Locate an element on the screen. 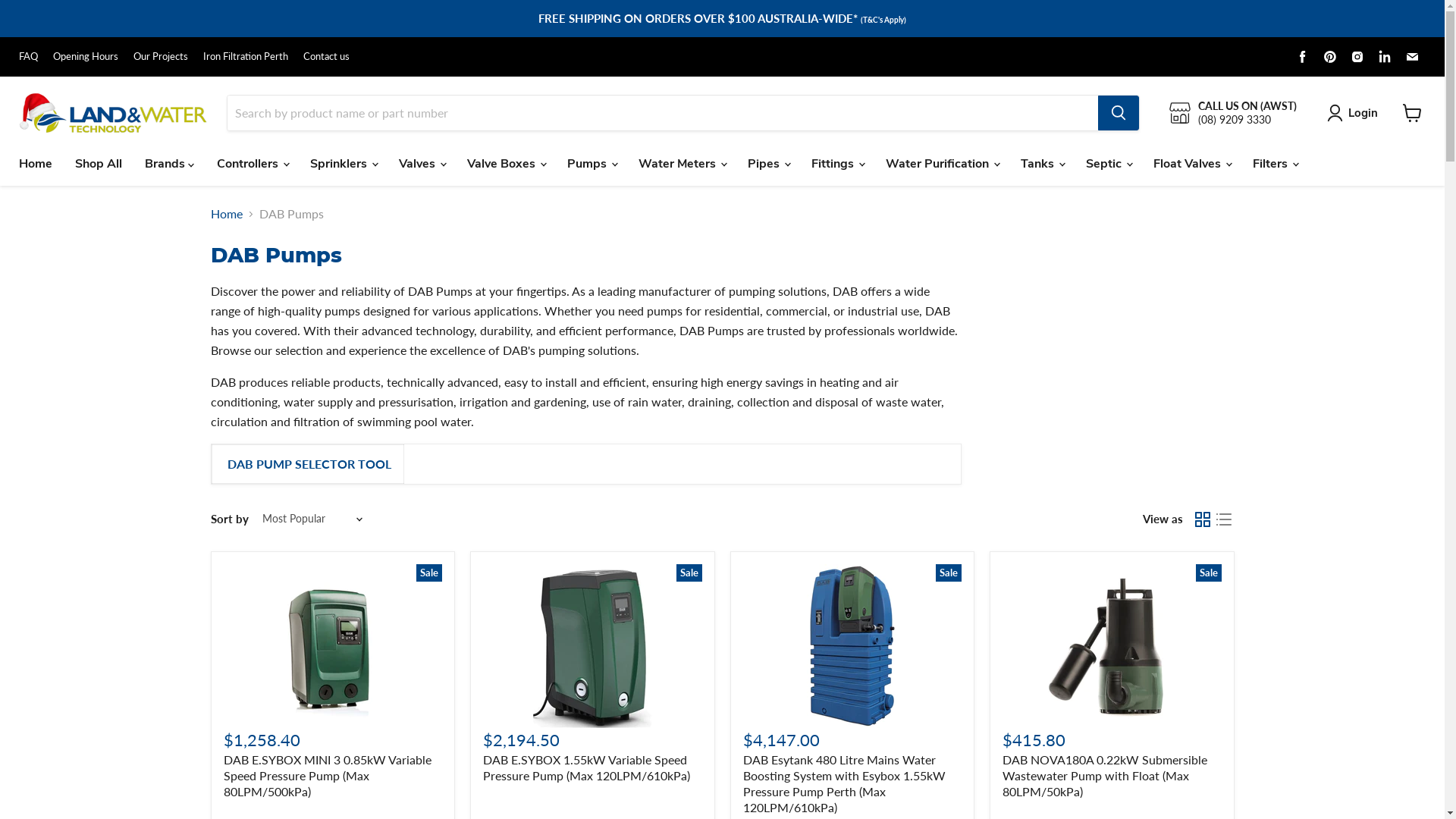 The image size is (1456, 819). 'Contact us' is located at coordinates (303, 55).